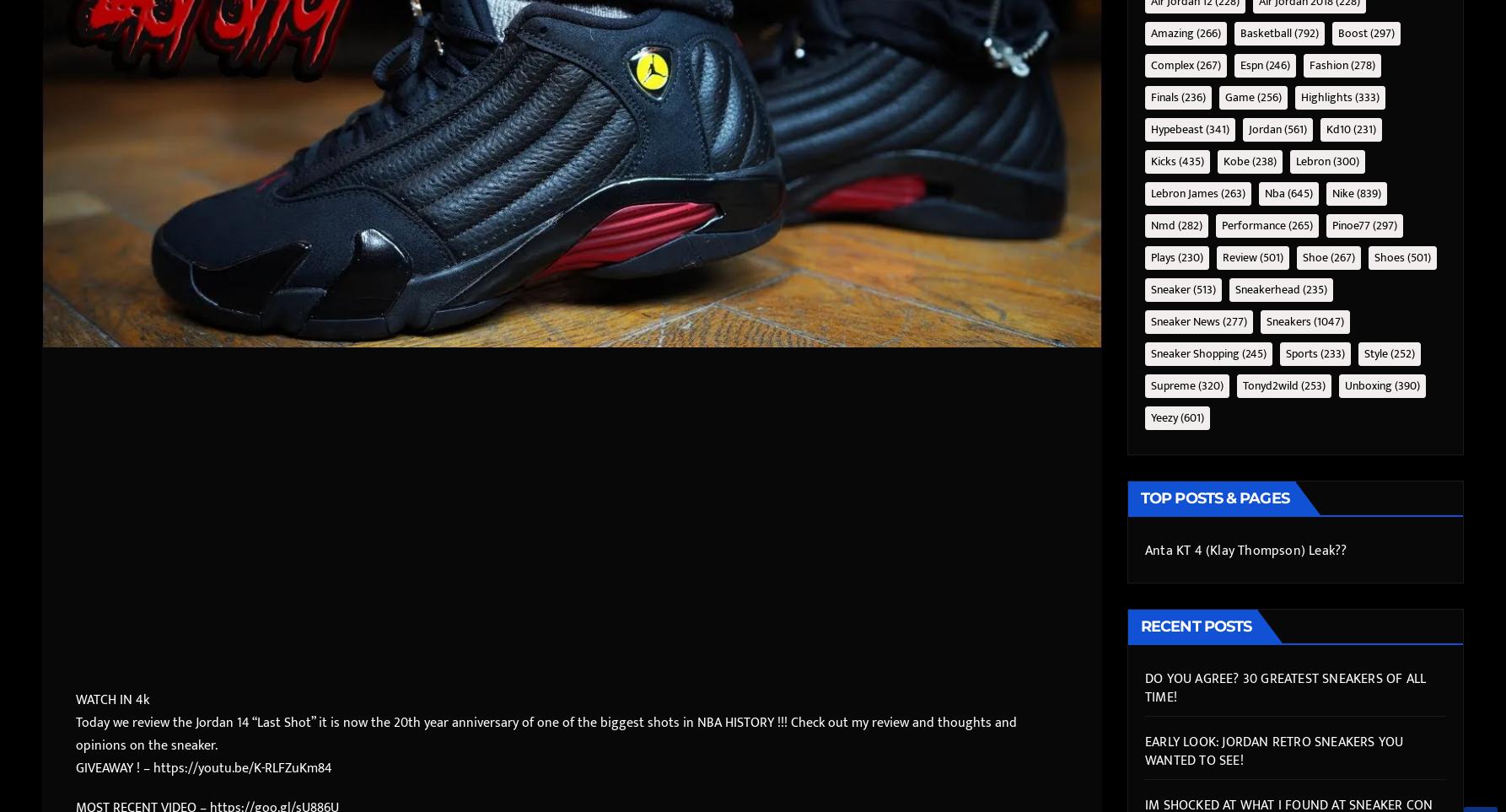  I want to click on 'sneakers', so click(1288, 320).